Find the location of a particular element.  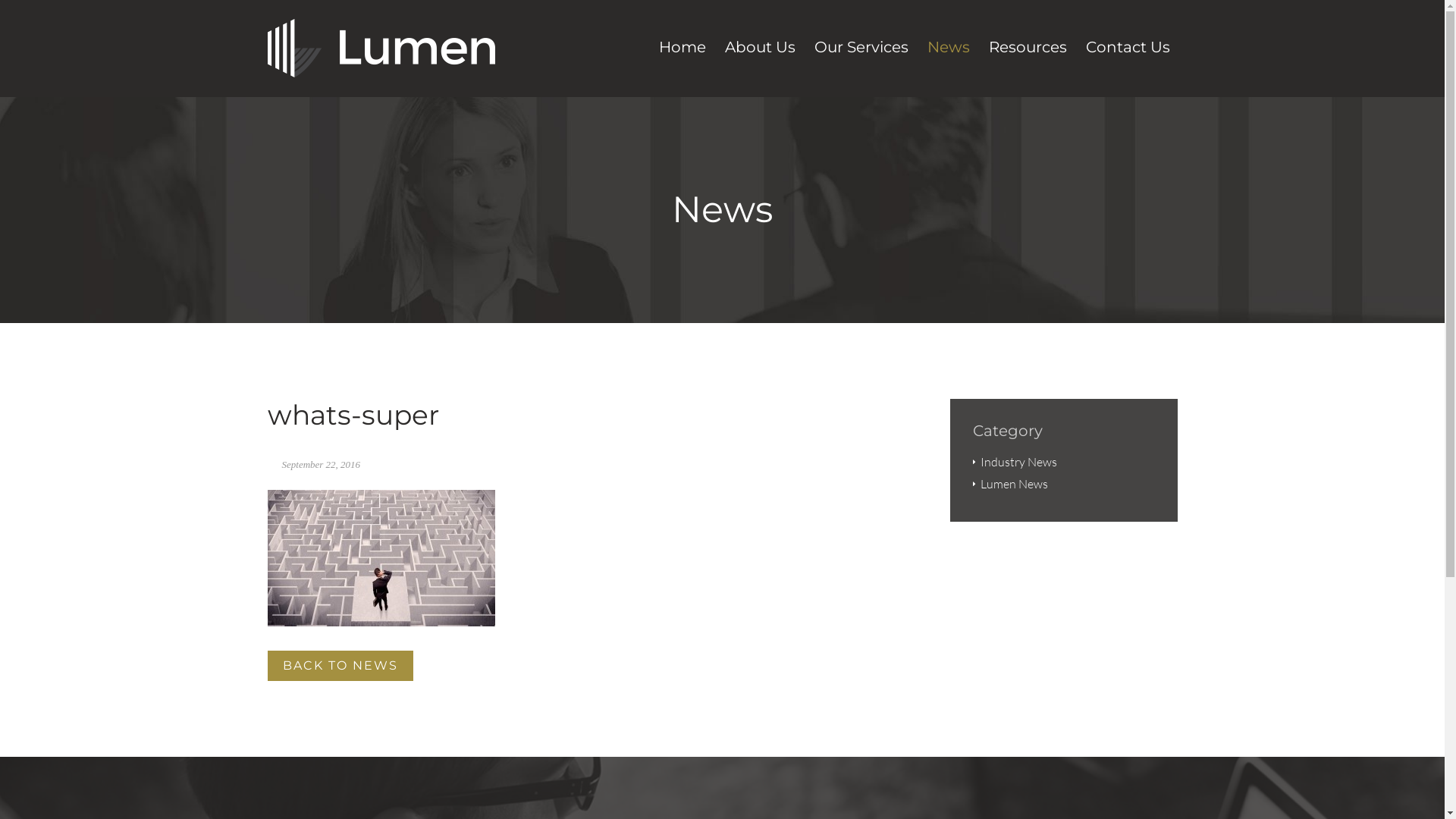

'Our Services' is located at coordinates (861, 49).